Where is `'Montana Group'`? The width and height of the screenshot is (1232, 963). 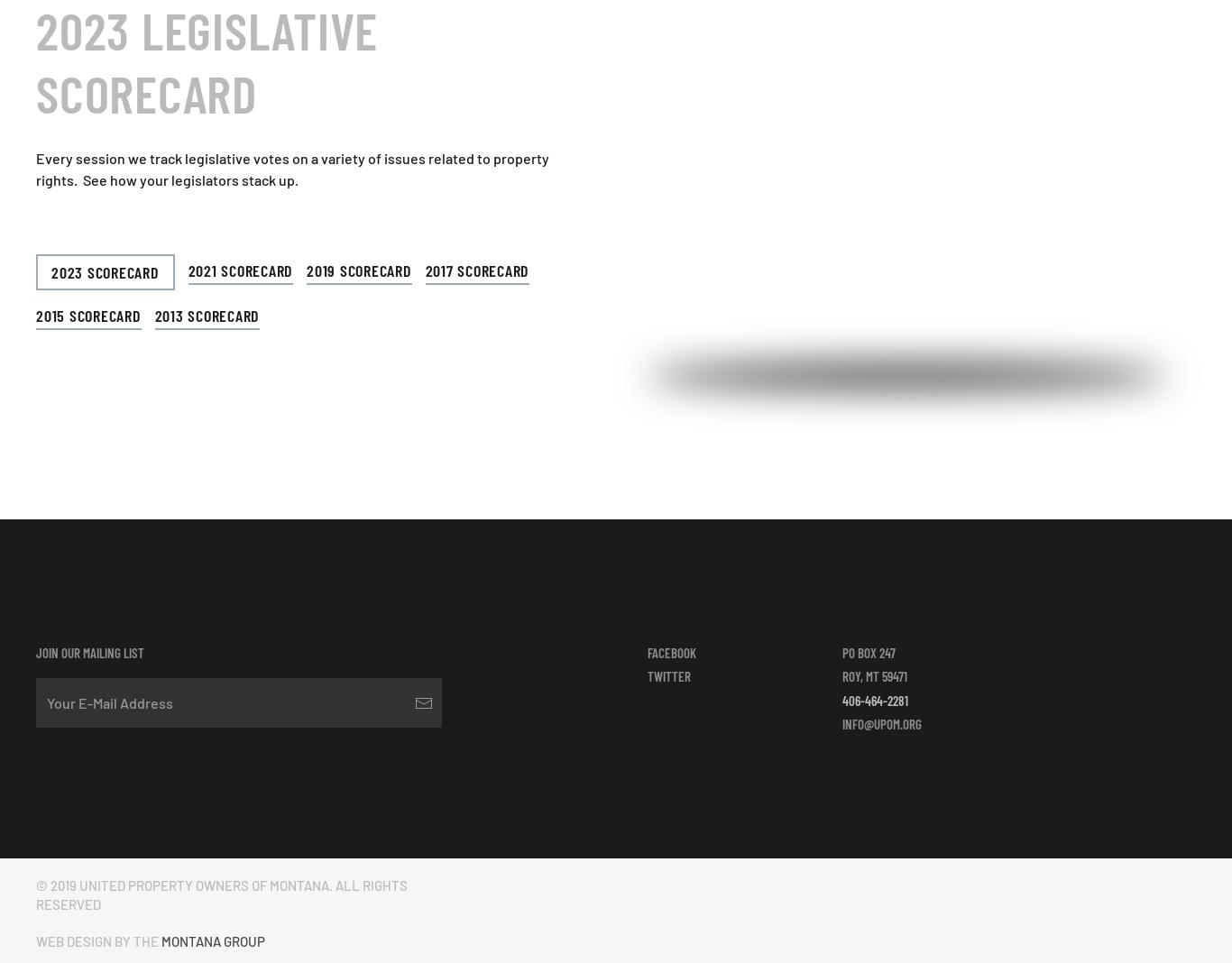 'Montana Group' is located at coordinates (160, 940).